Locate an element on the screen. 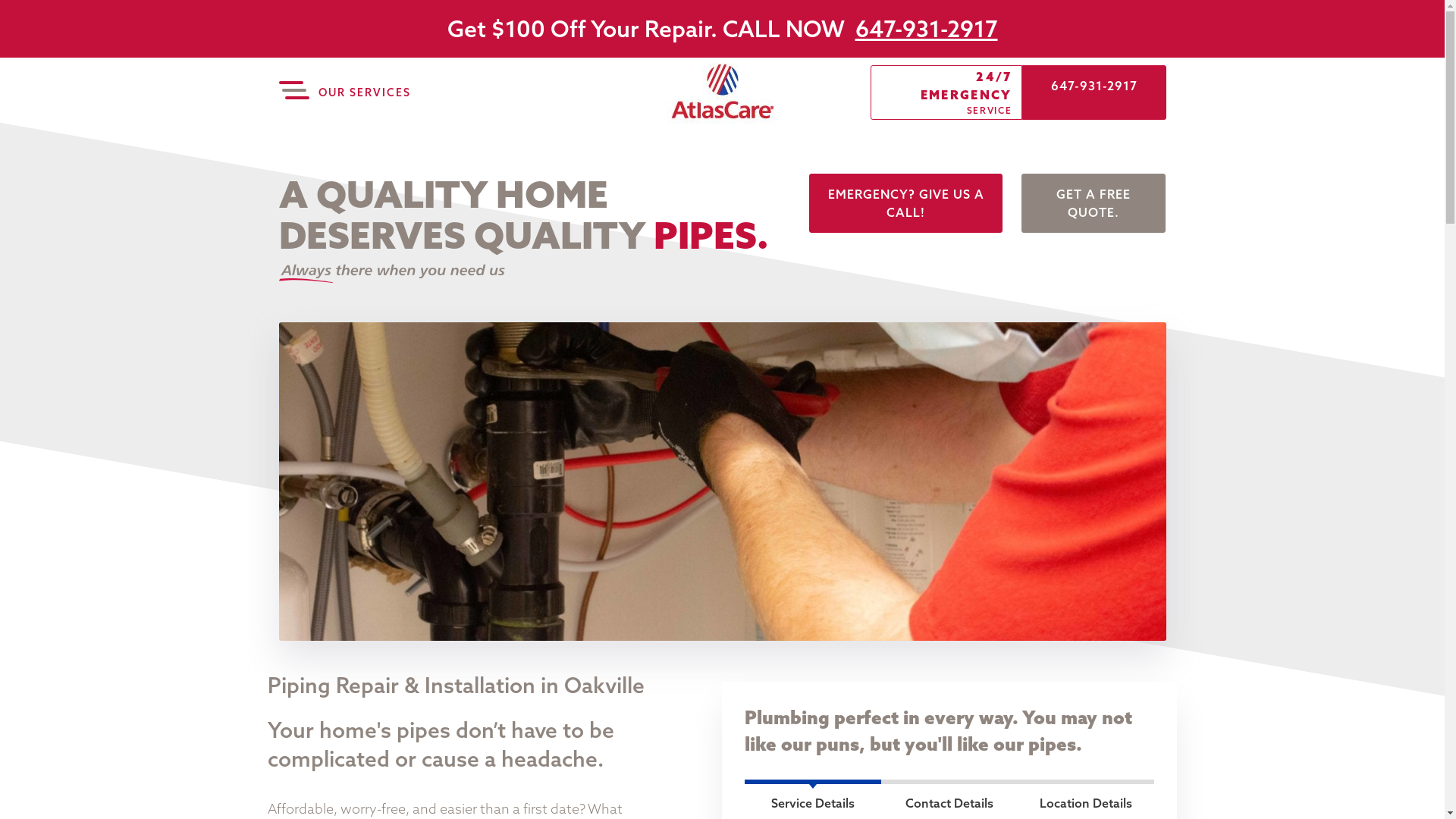 The width and height of the screenshot is (1456, 819). 'GET A FREE QUOTE.' is located at coordinates (1093, 202).